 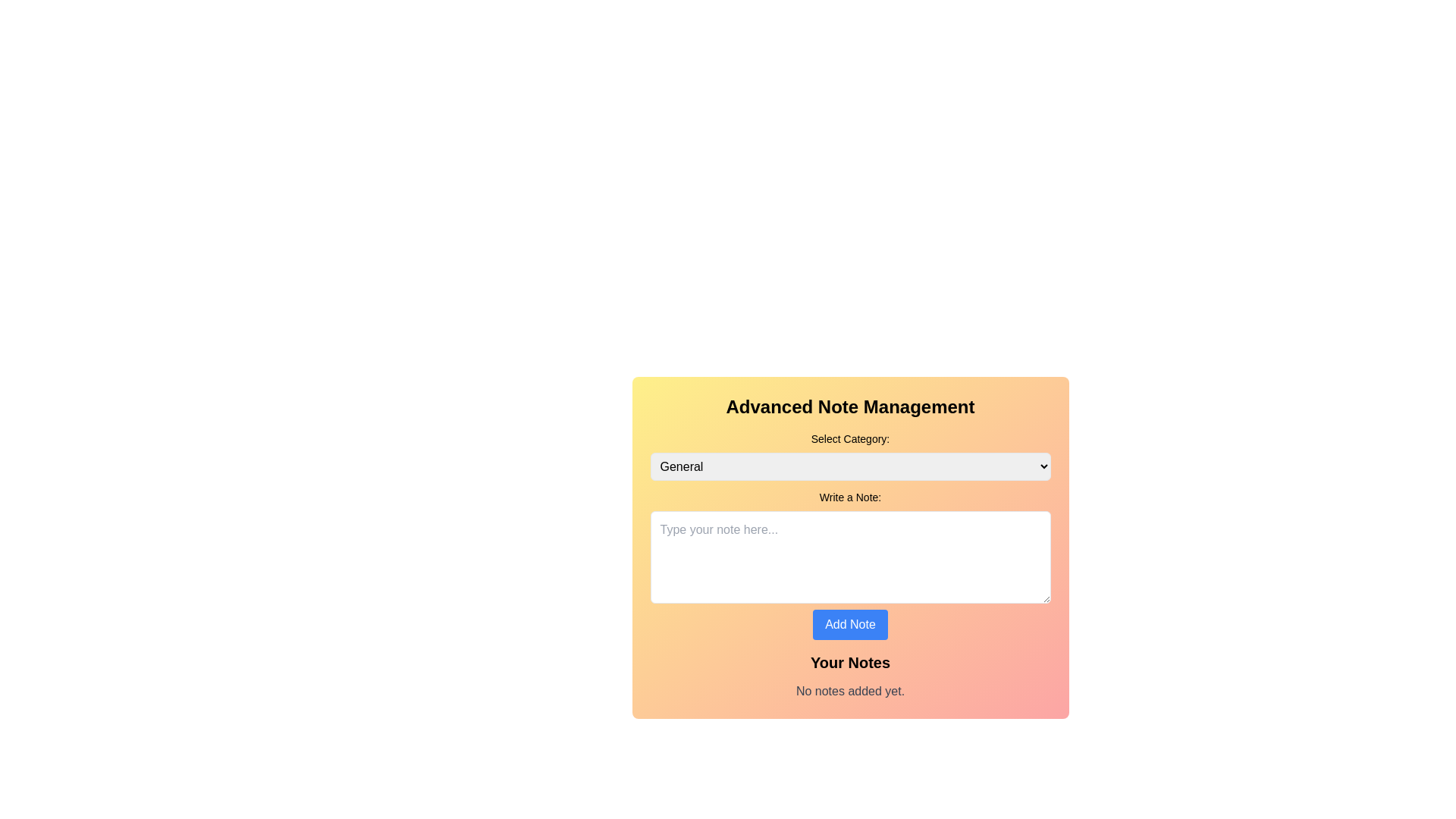 What do you see at coordinates (850, 466) in the screenshot?
I see `an option from the dropdown menu labeled 'General' located in the 'Select Category' section of the interface` at bounding box center [850, 466].